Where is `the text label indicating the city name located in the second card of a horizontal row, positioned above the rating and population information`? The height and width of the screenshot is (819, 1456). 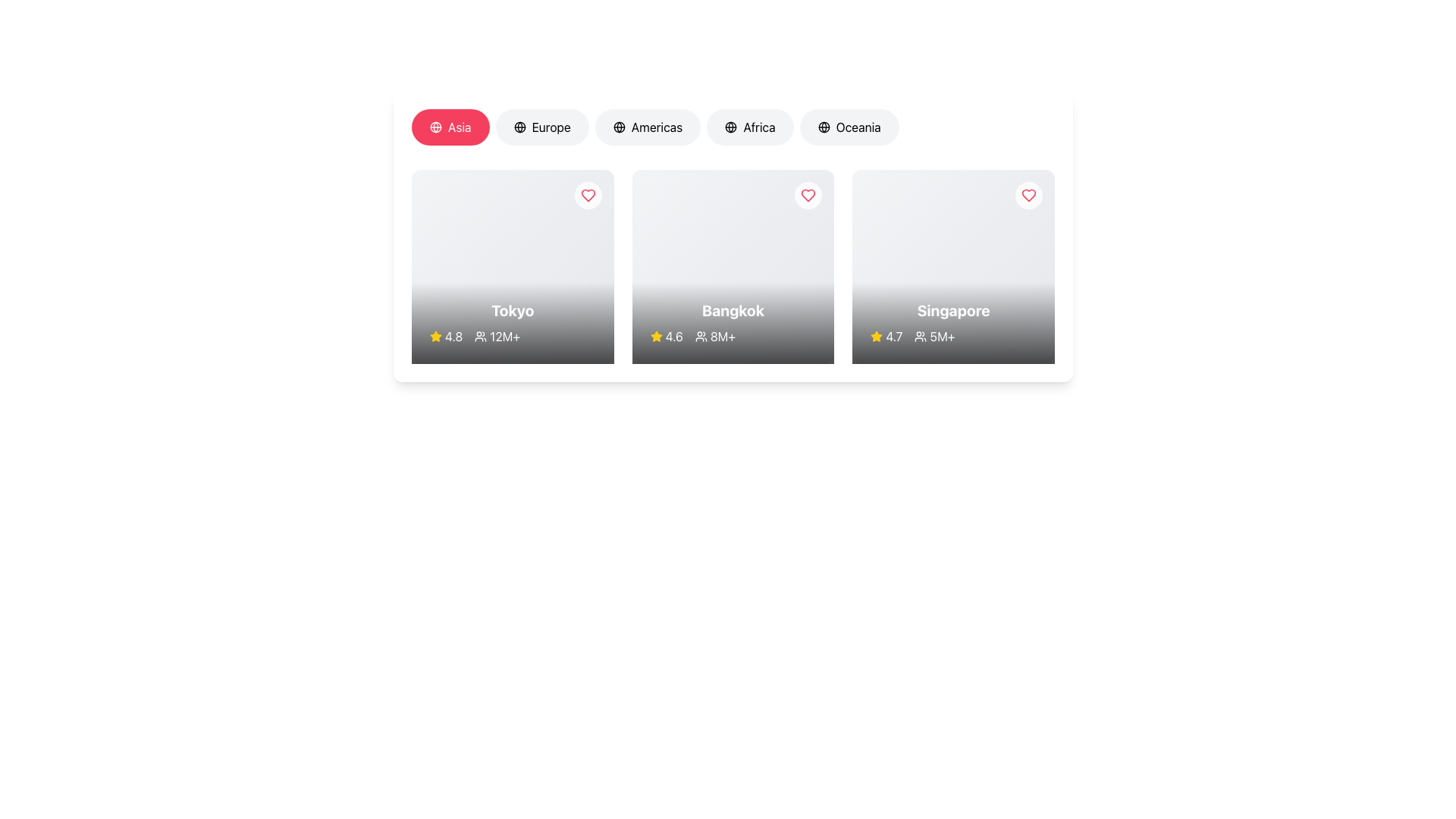
the text label indicating the city name located in the second card of a horizontal row, positioned above the rating and population information is located at coordinates (733, 309).